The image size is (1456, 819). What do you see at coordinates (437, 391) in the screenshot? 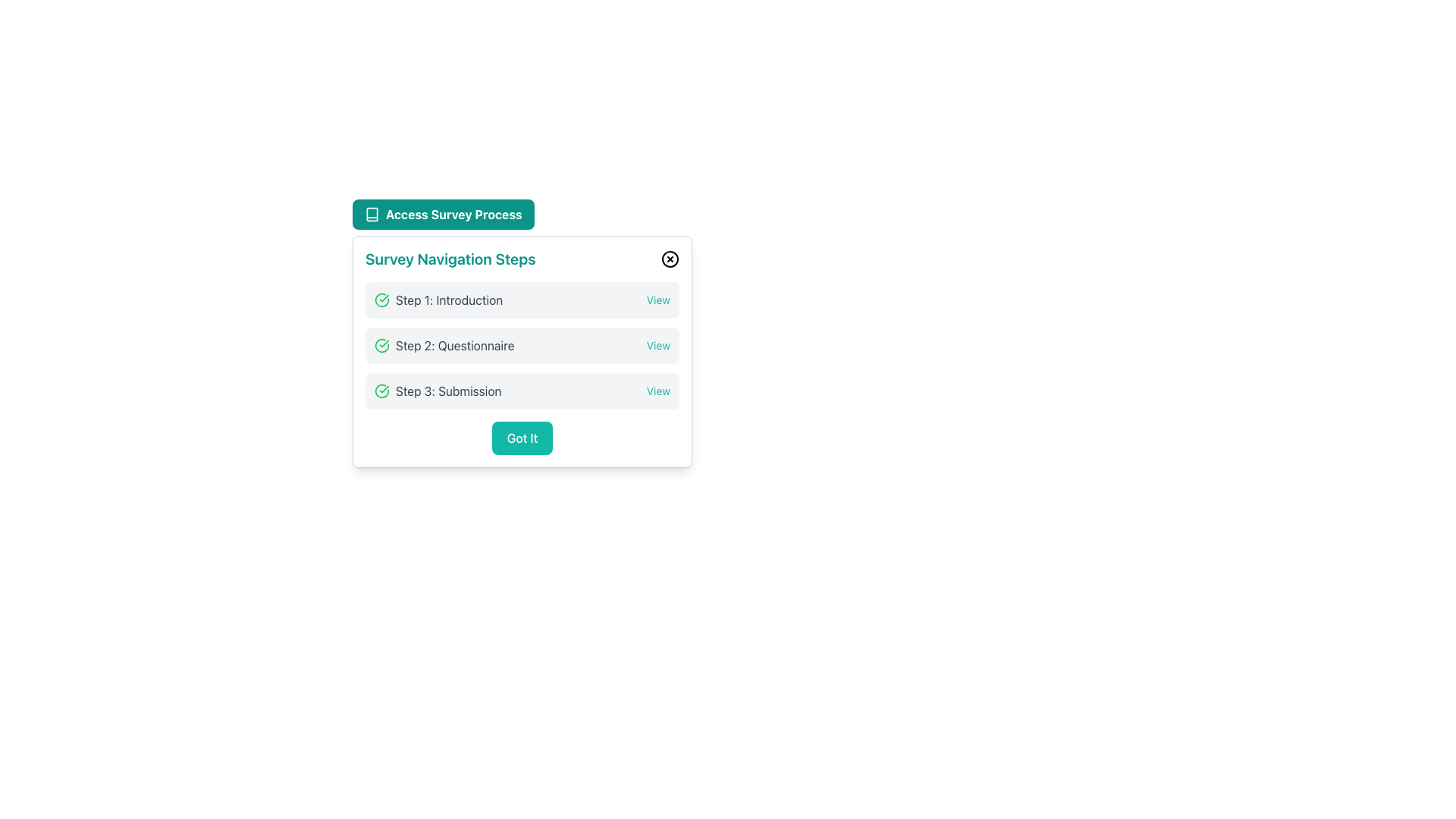
I see `the informational marker indicating the completion of the third step in the survey process, located at the bottom of the navigation steps list` at bounding box center [437, 391].